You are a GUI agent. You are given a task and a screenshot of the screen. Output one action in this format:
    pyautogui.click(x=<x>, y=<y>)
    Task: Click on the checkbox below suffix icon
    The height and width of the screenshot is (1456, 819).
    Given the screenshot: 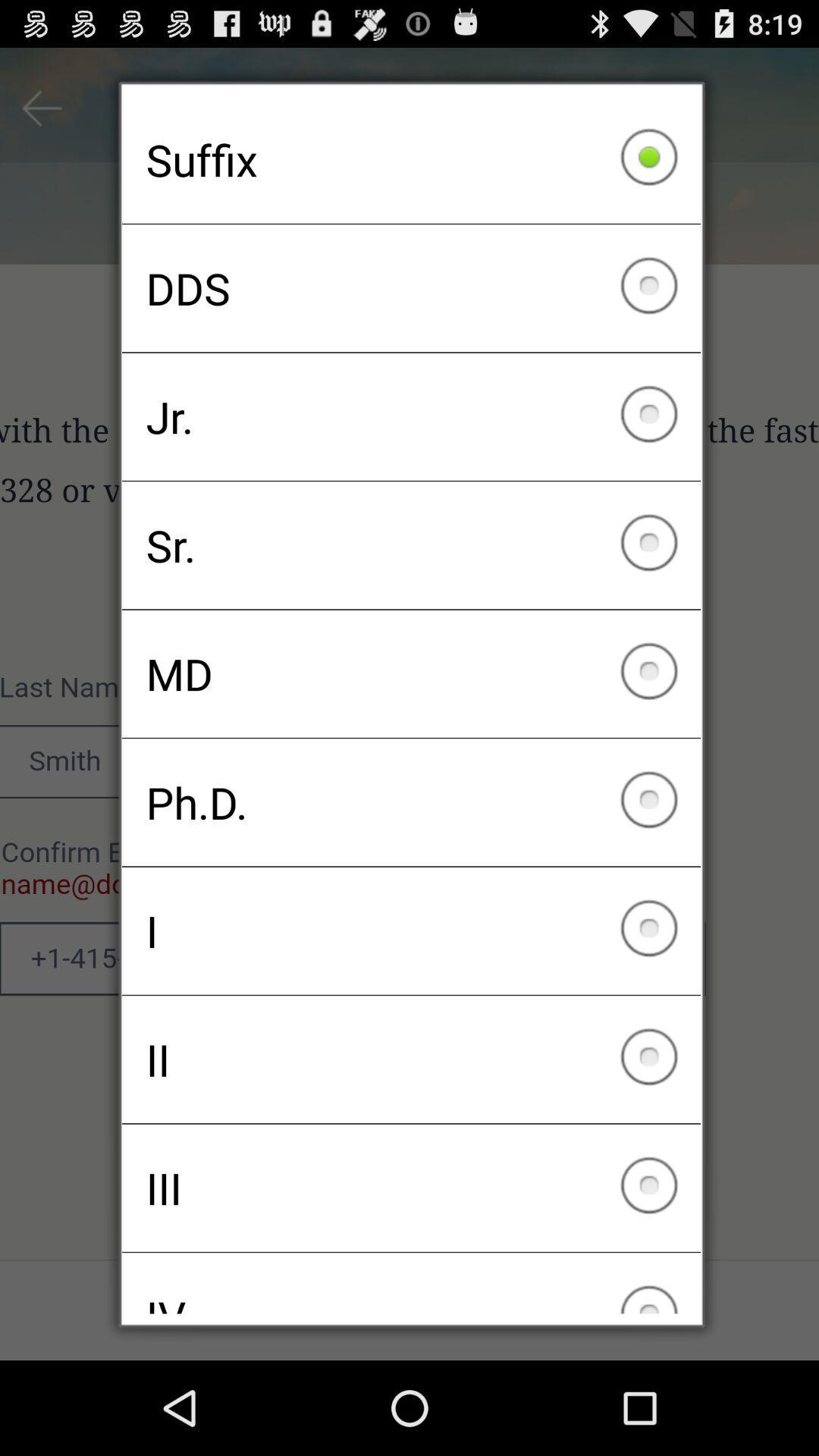 What is the action you would take?
    pyautogui.click(x=411, y=288)
    